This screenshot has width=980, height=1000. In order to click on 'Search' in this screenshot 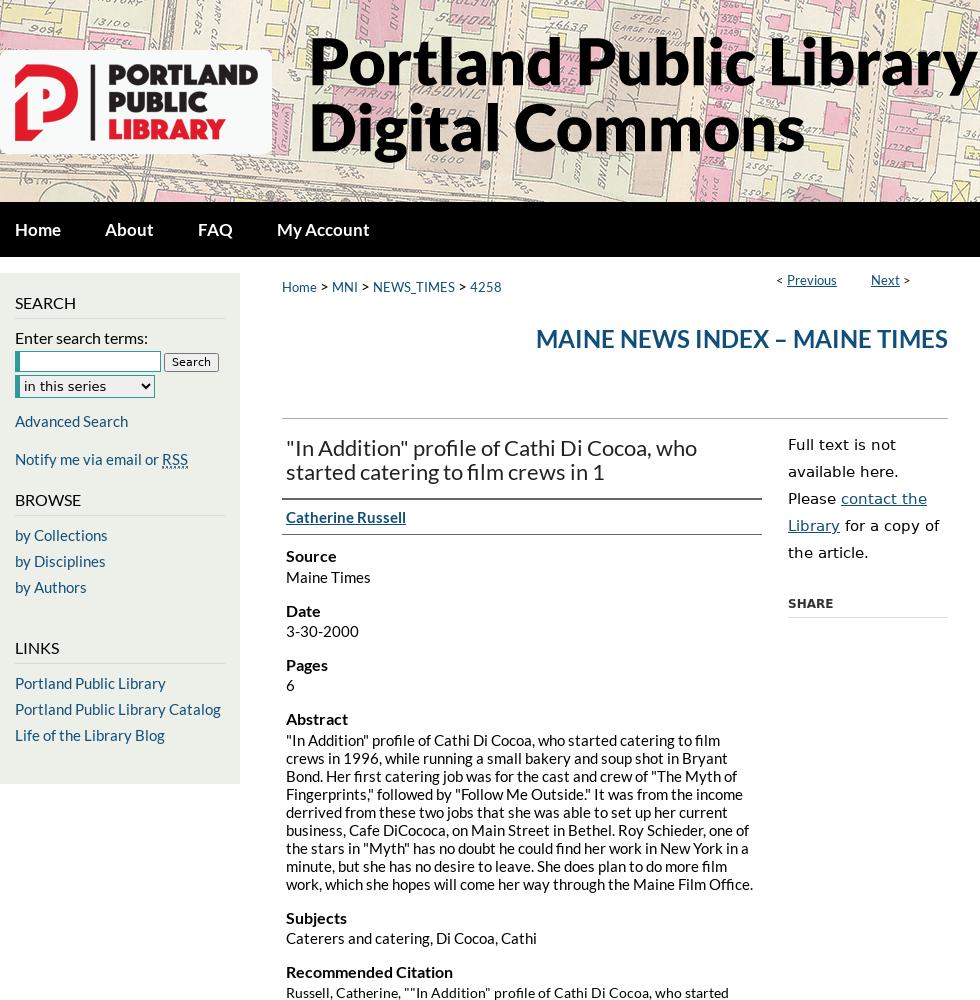, I will do `click(45, 302)`.